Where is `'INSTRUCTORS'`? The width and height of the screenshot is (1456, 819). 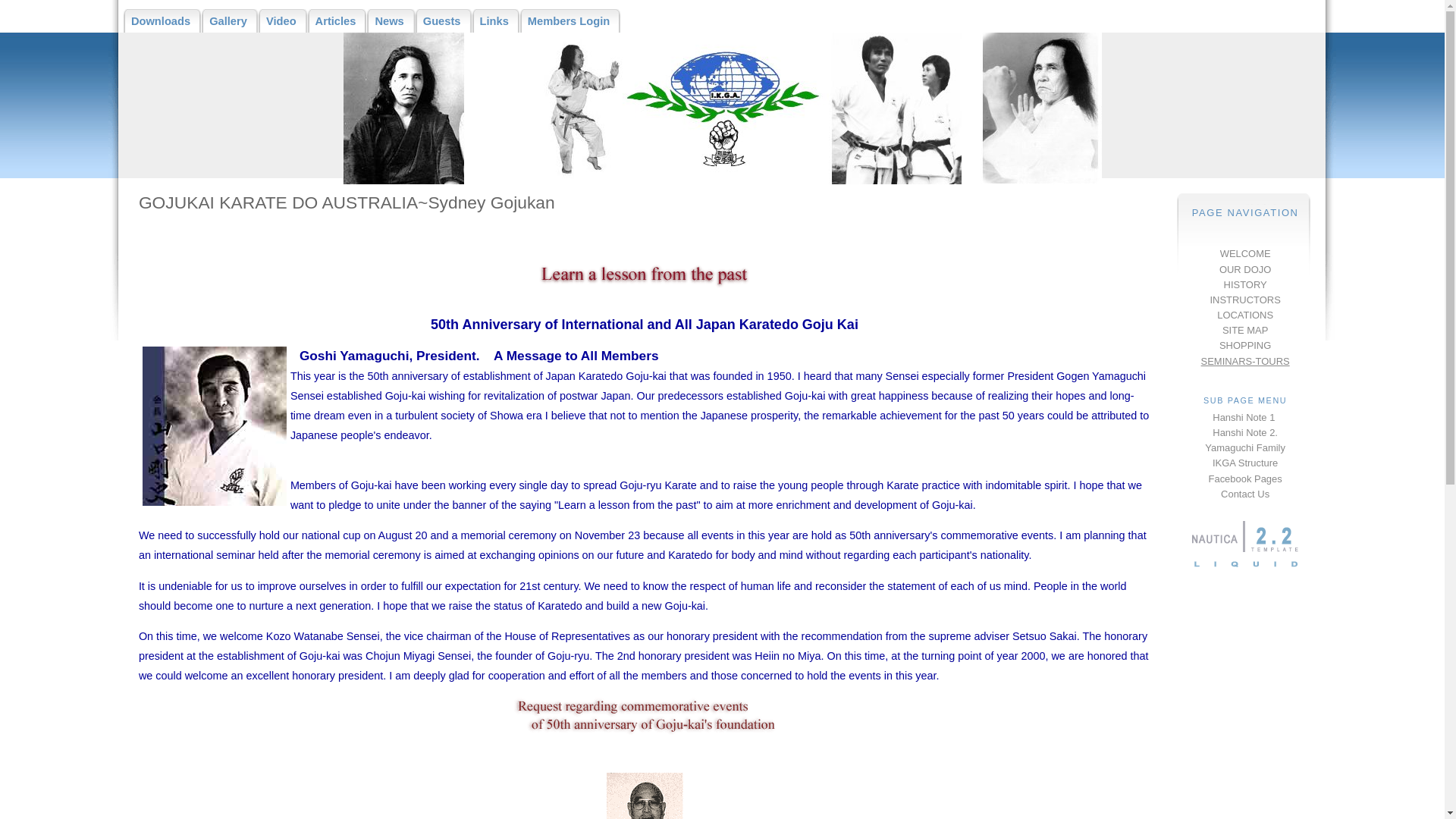 'INSTRUCTORS' is located at coordinates (1244, 300).